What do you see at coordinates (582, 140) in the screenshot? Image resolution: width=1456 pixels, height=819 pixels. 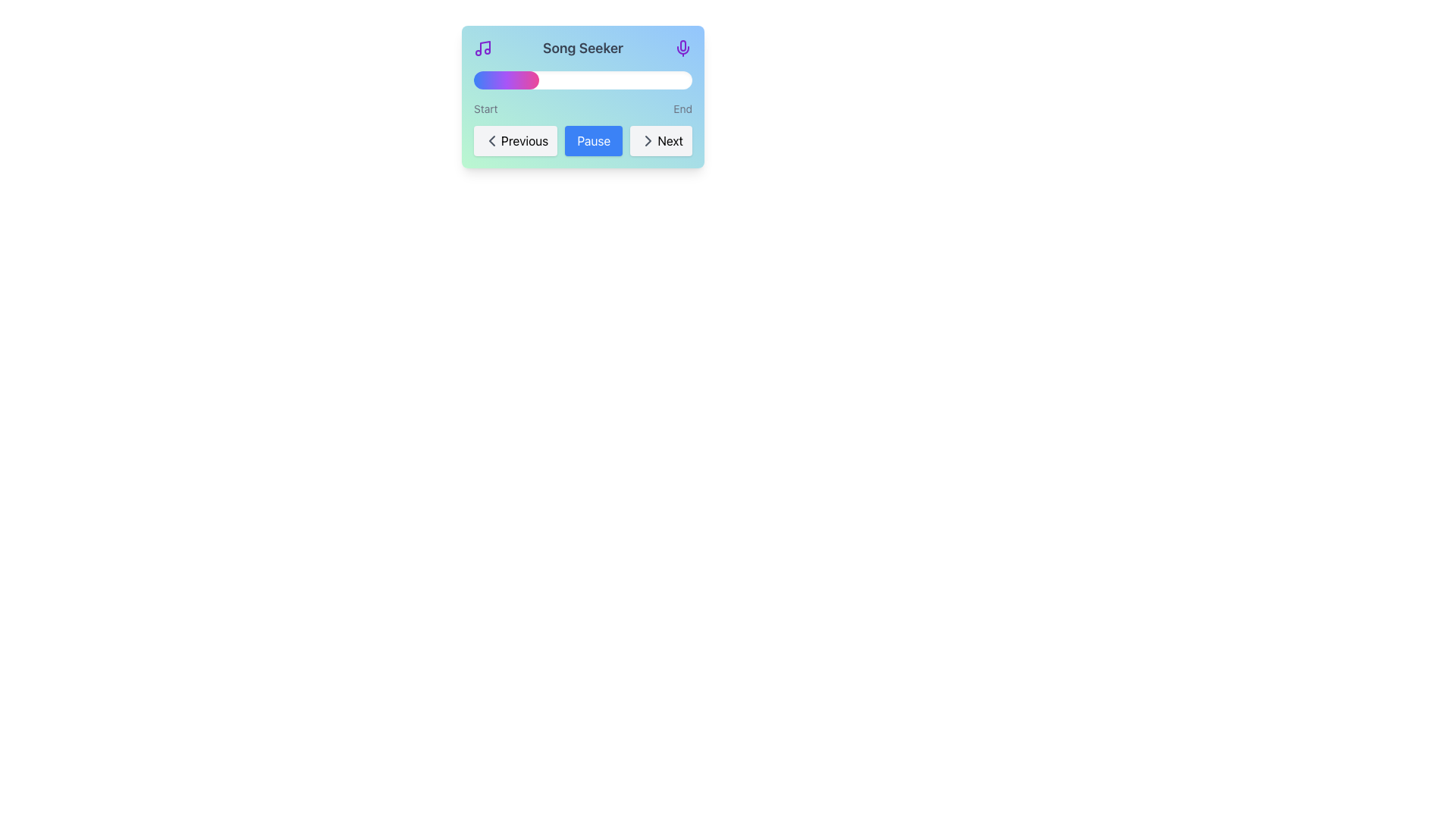 I see `the pause button located centrally between the 'Previous' and 'Next' buttons in the media control section` at bounding box center [582, 140].